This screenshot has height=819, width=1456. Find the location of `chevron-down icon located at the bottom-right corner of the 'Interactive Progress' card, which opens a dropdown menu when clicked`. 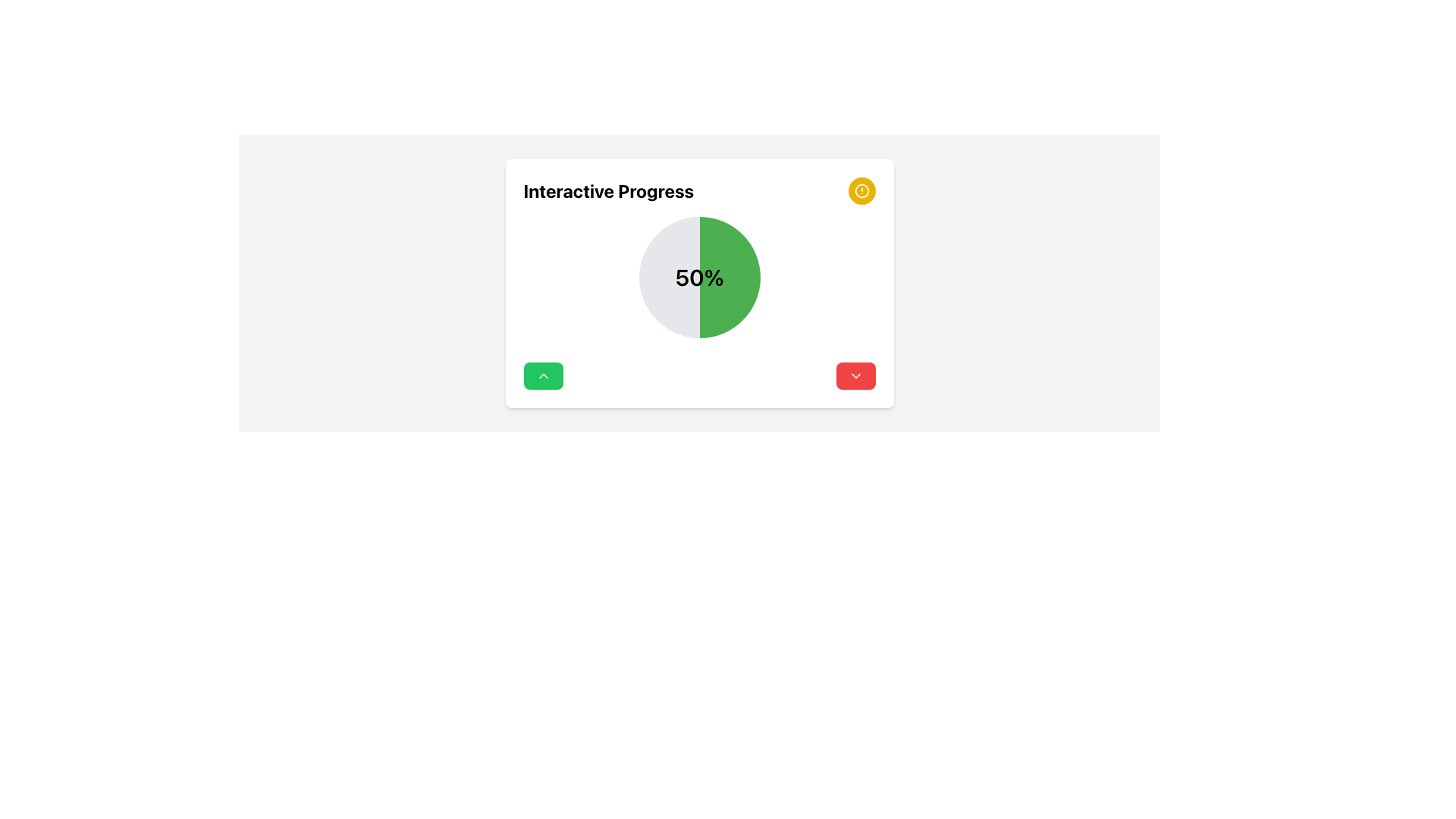

chevron-down icon located at the bottom-right corner of the 'Interactive Progress' card, which opens a dropdown menu when clicked is located at coordinates (855, 375).